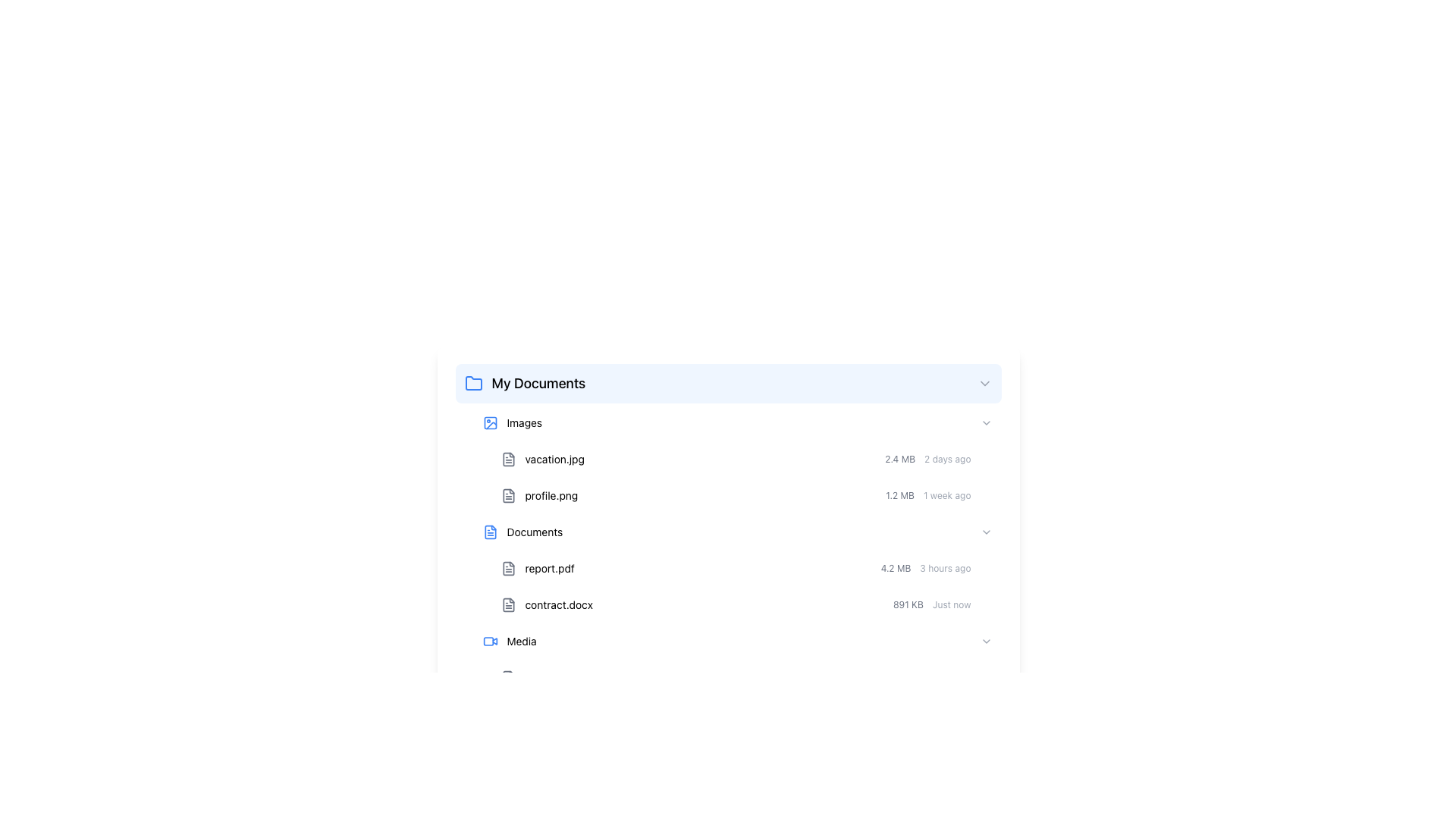  Describe the element at coordinates (538, 568) in the screenshot. I see `the text label displaying 'report.pdf' alongside the document icon located at the top-left section of the document listing under the 'Documents' category` at that location.